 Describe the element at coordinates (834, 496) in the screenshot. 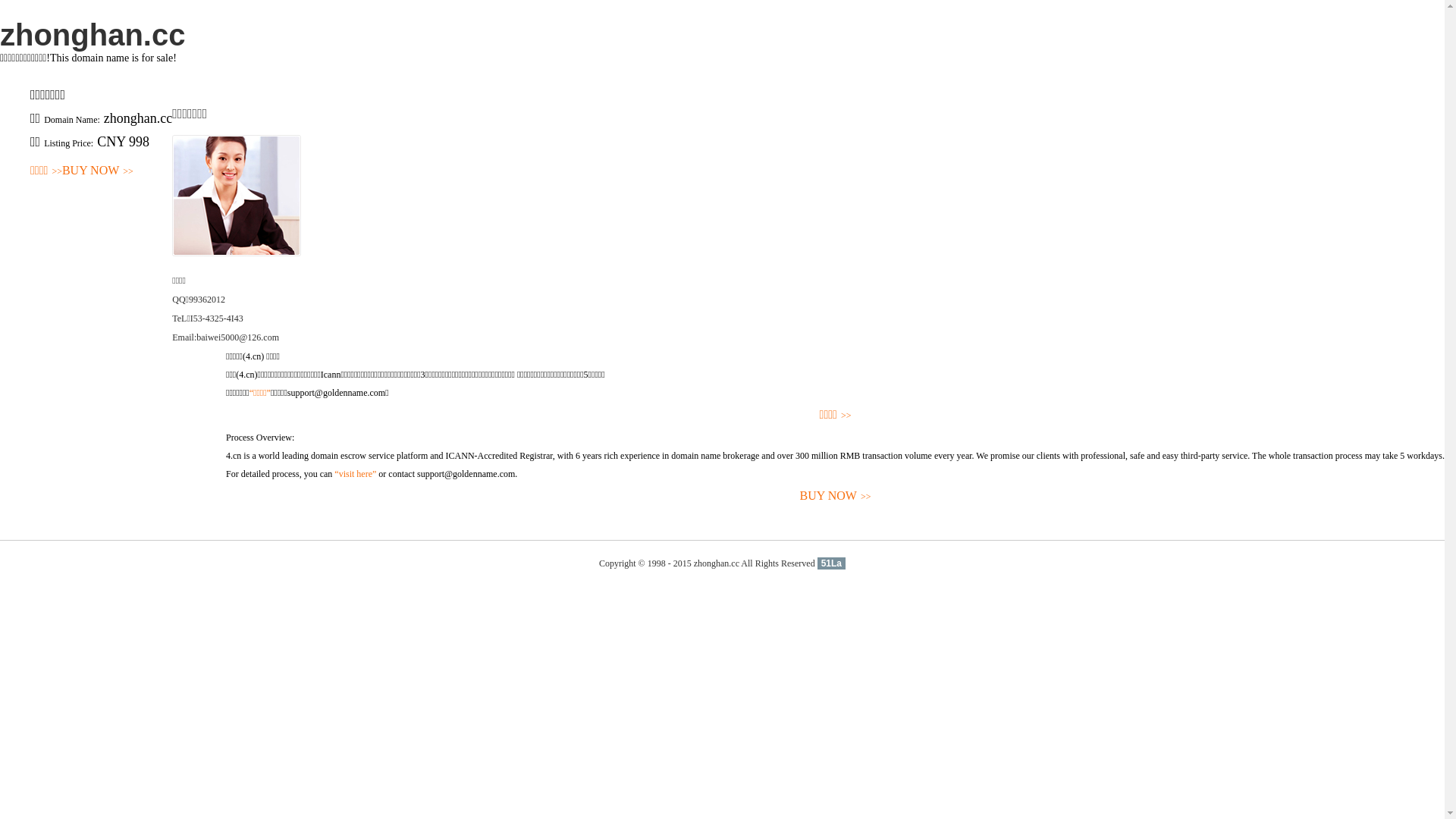

I see `'BUY NOW>>'` at that location.